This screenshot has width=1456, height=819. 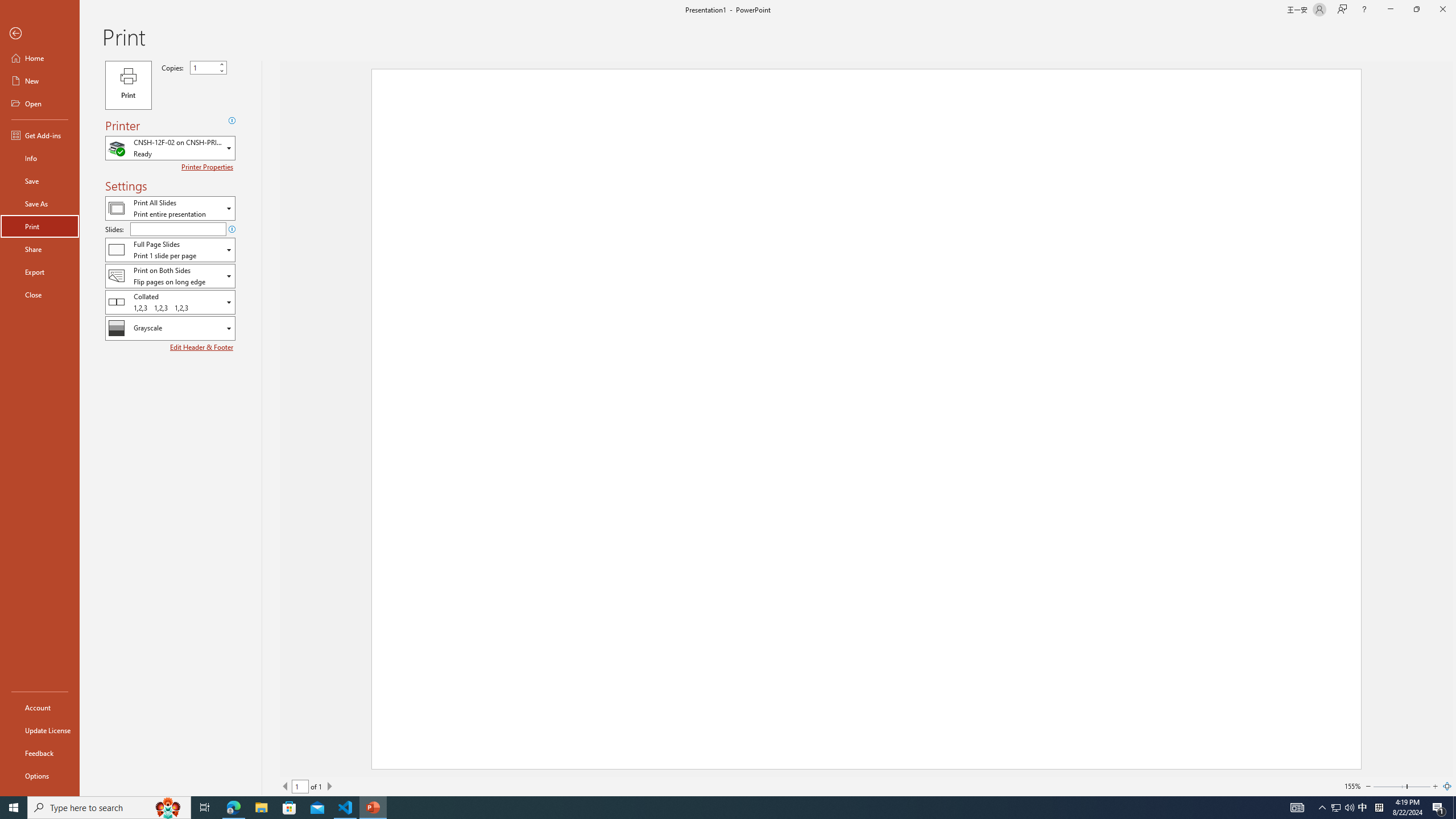 I want to click on 'Two-Sided Printing', so click(x=169, y=276).